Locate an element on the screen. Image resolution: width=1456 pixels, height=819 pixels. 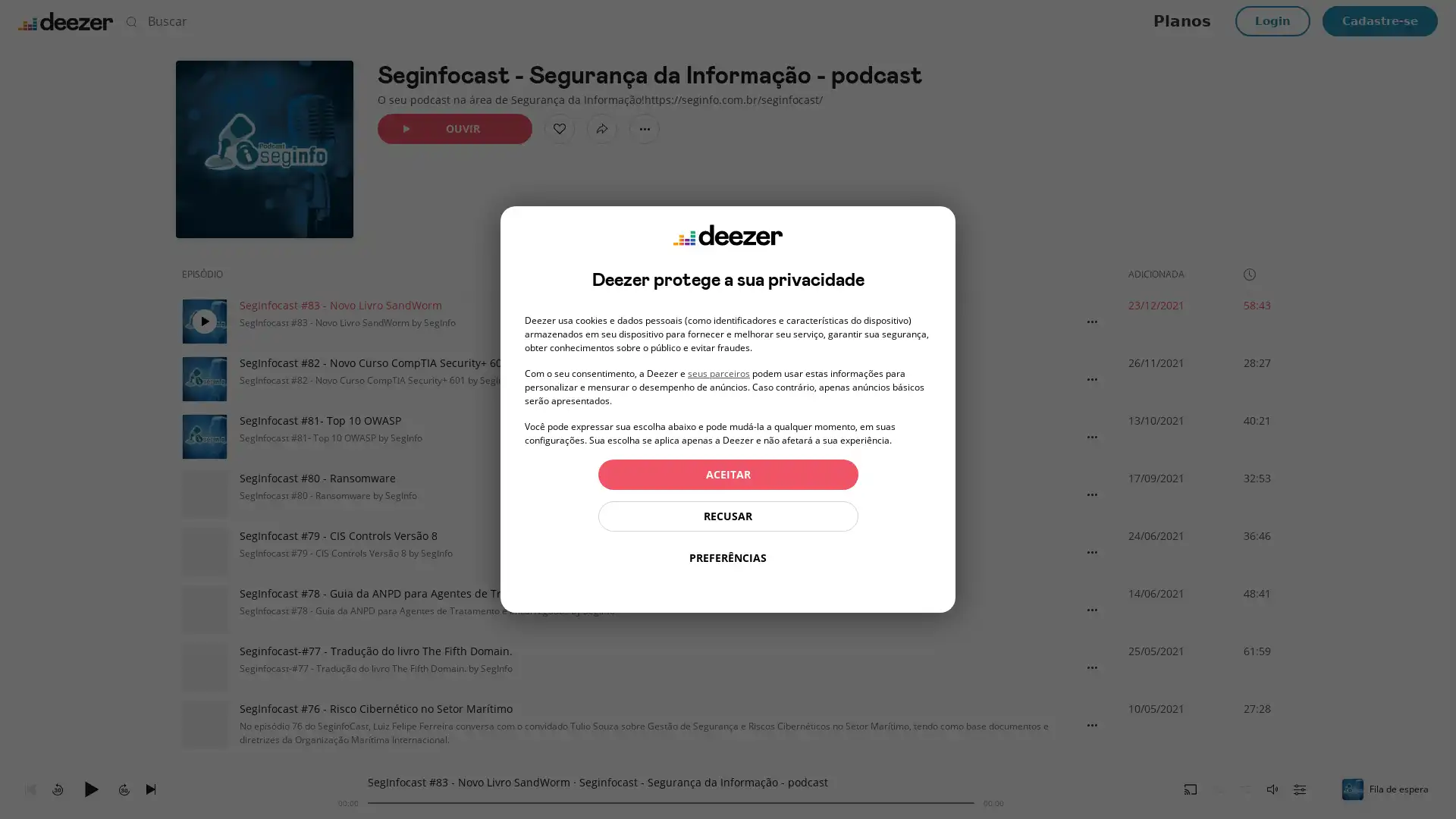
Tocar SegInfocast #80 - Ransomware por Seginfocast - Seguranca da Informacao - podcast is located at coordinates (203, 494).